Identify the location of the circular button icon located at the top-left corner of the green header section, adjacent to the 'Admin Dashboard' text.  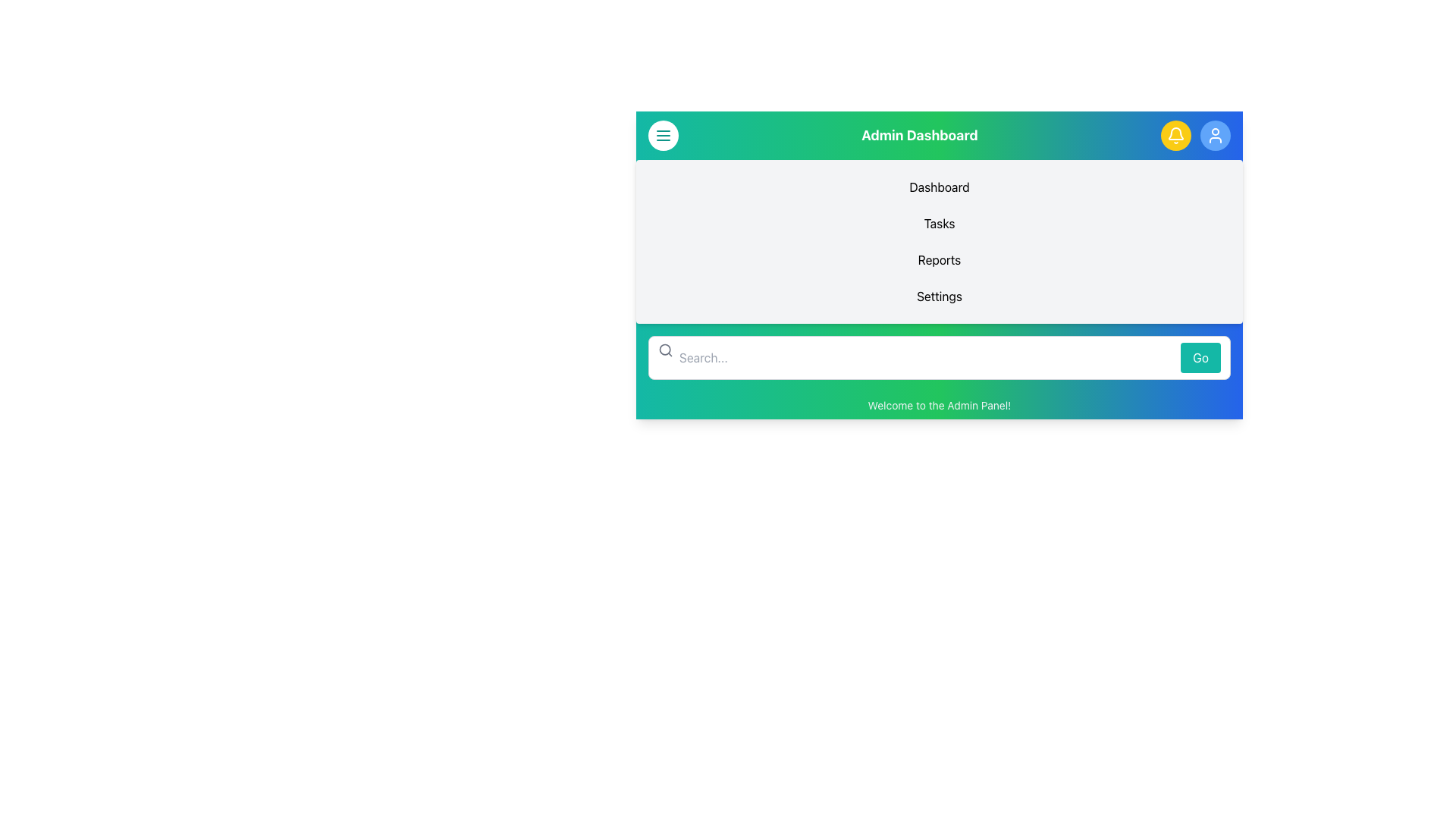
(663, 134).